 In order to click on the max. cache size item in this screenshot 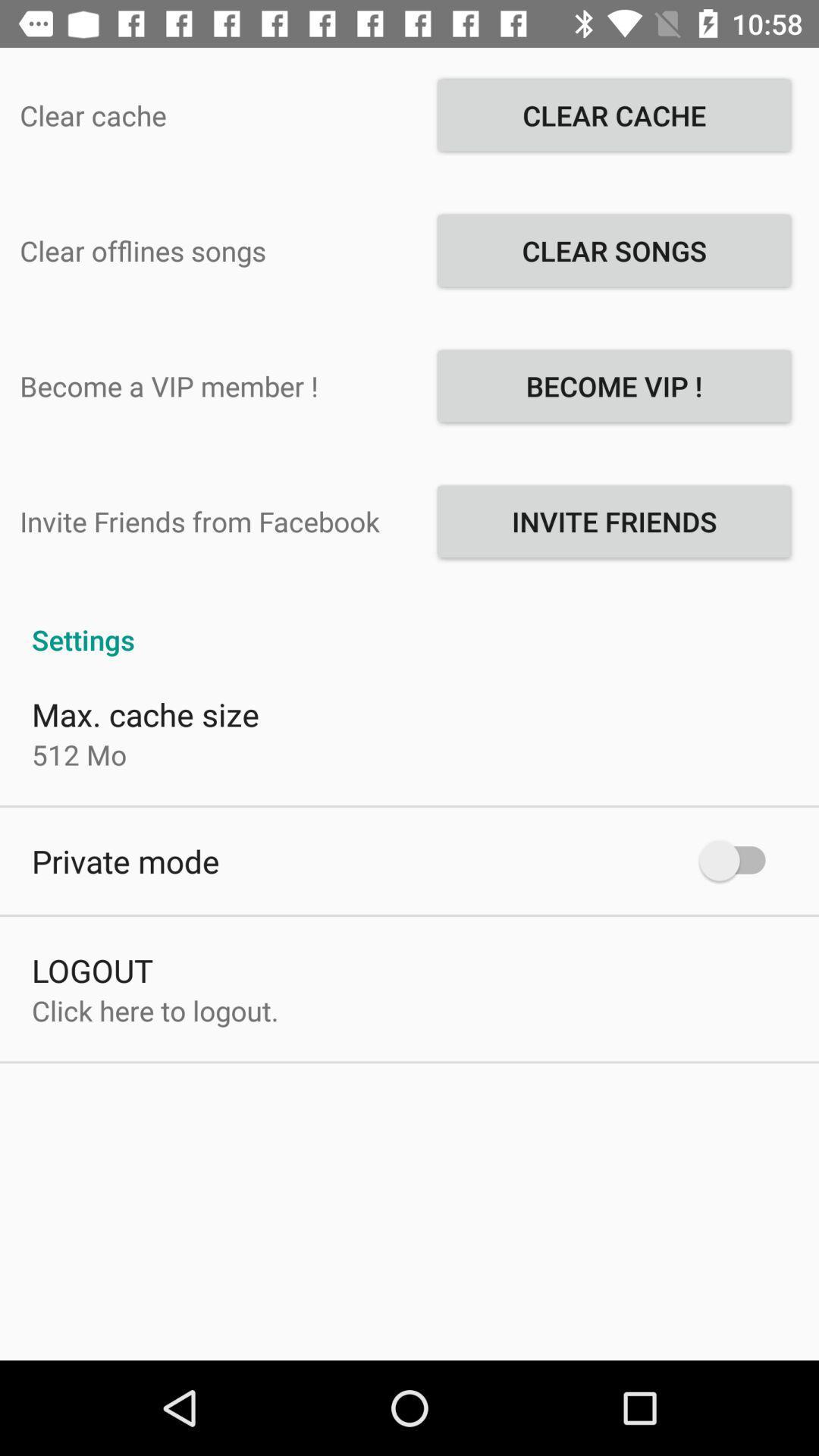, I will do `click(146, 713)`.